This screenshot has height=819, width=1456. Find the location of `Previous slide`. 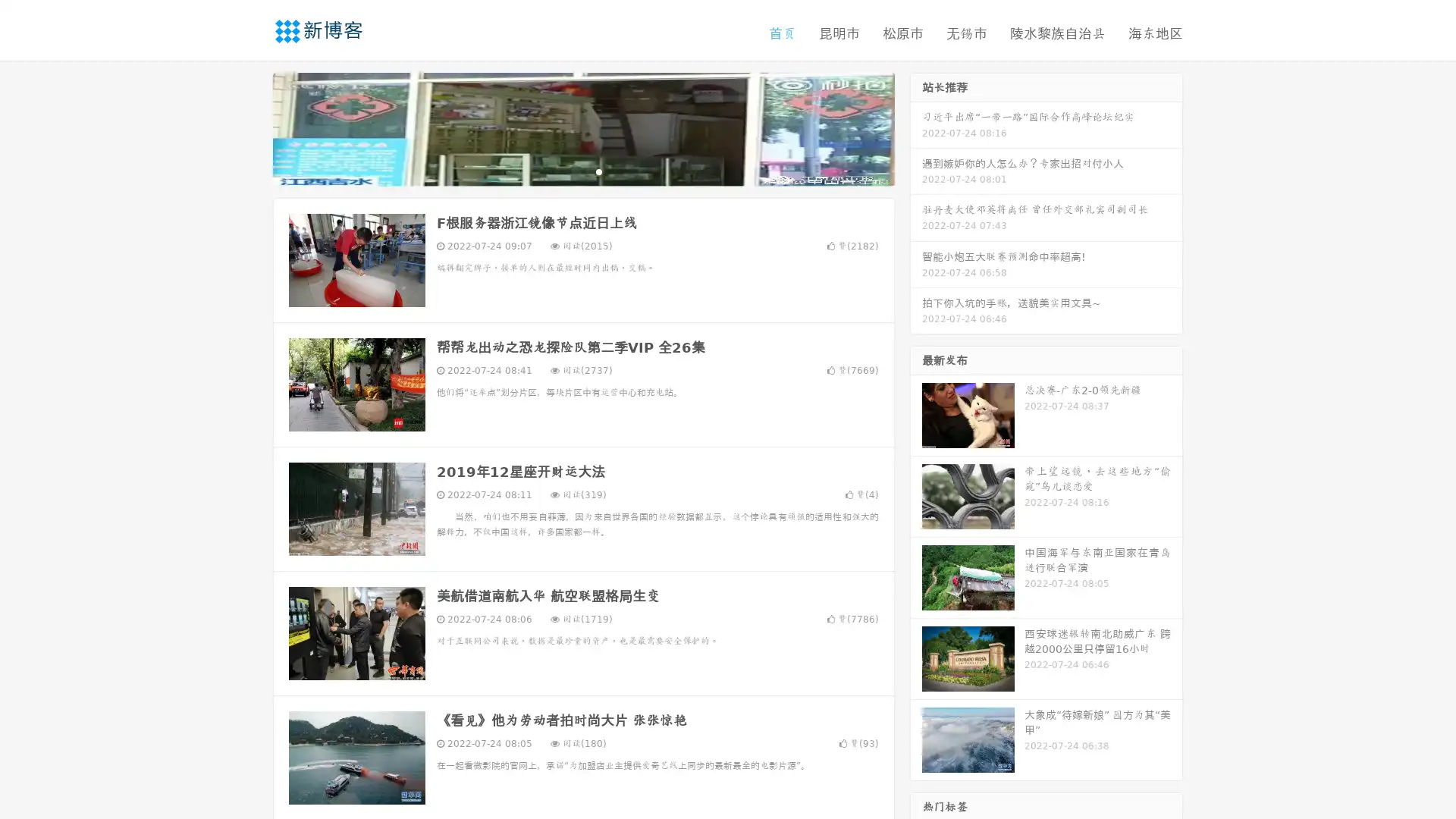

Previous slide is located at coordinates (250, 127).